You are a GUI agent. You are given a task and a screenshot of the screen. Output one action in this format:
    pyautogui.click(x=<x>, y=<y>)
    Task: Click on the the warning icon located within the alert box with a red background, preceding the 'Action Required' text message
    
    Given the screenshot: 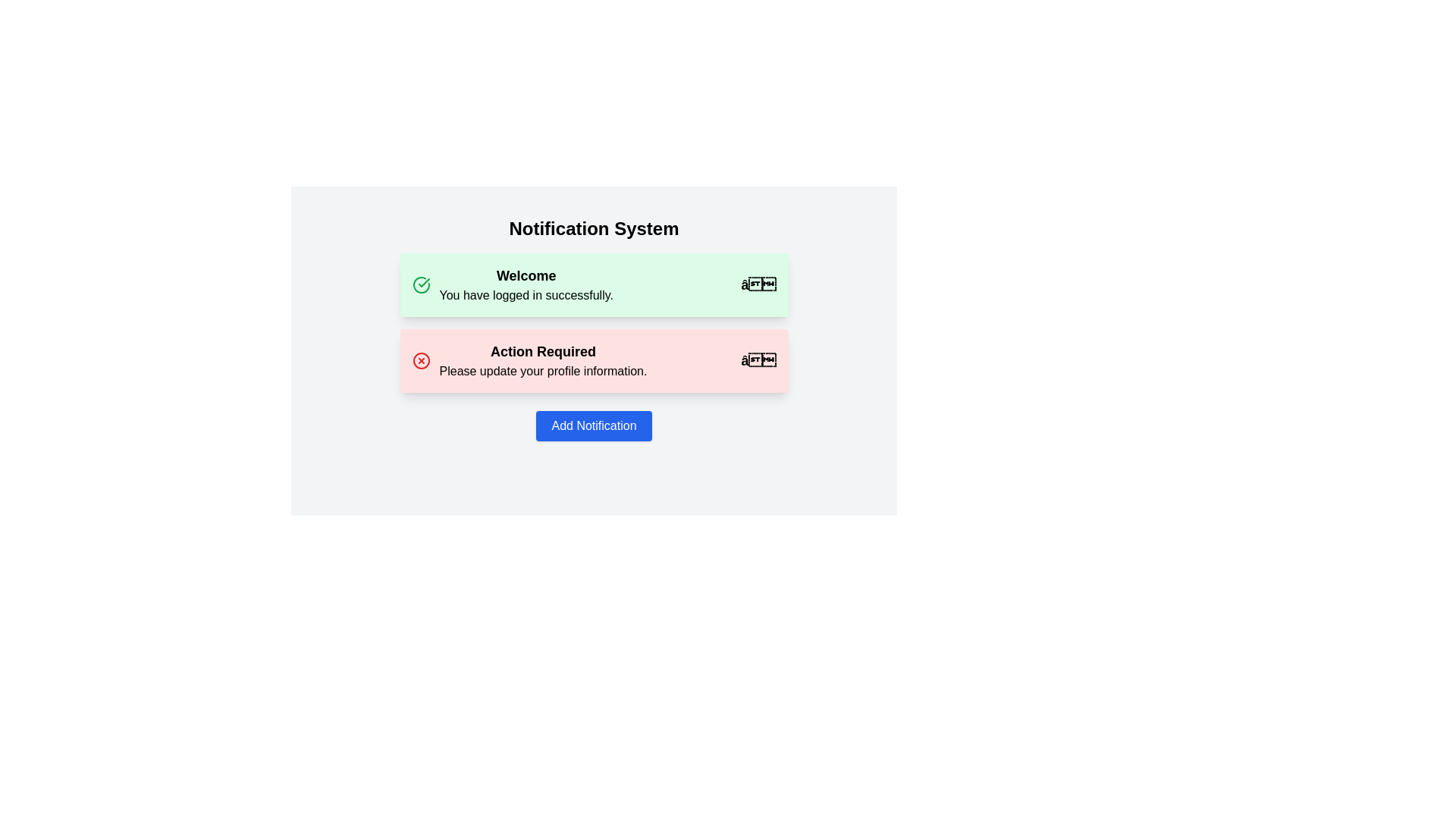 What is the action you would take?
    pyautogui.click(x=421, y=360)
    